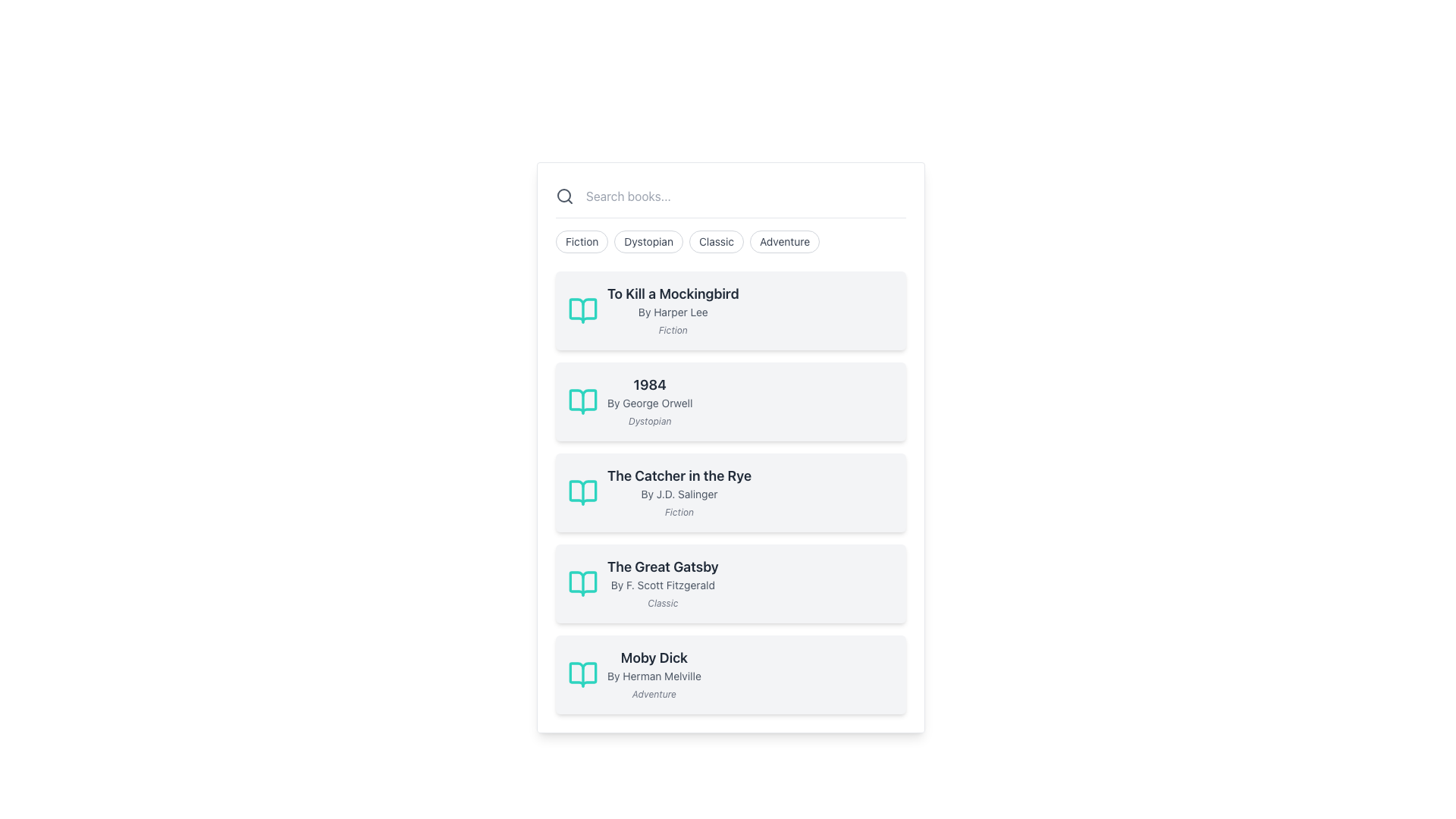  I want to click on the text label displaying 'To Kill a Mockingbird' which is styled with a large, bold font in dark gray color, located in the first book entry of the list, so click(672, 294).